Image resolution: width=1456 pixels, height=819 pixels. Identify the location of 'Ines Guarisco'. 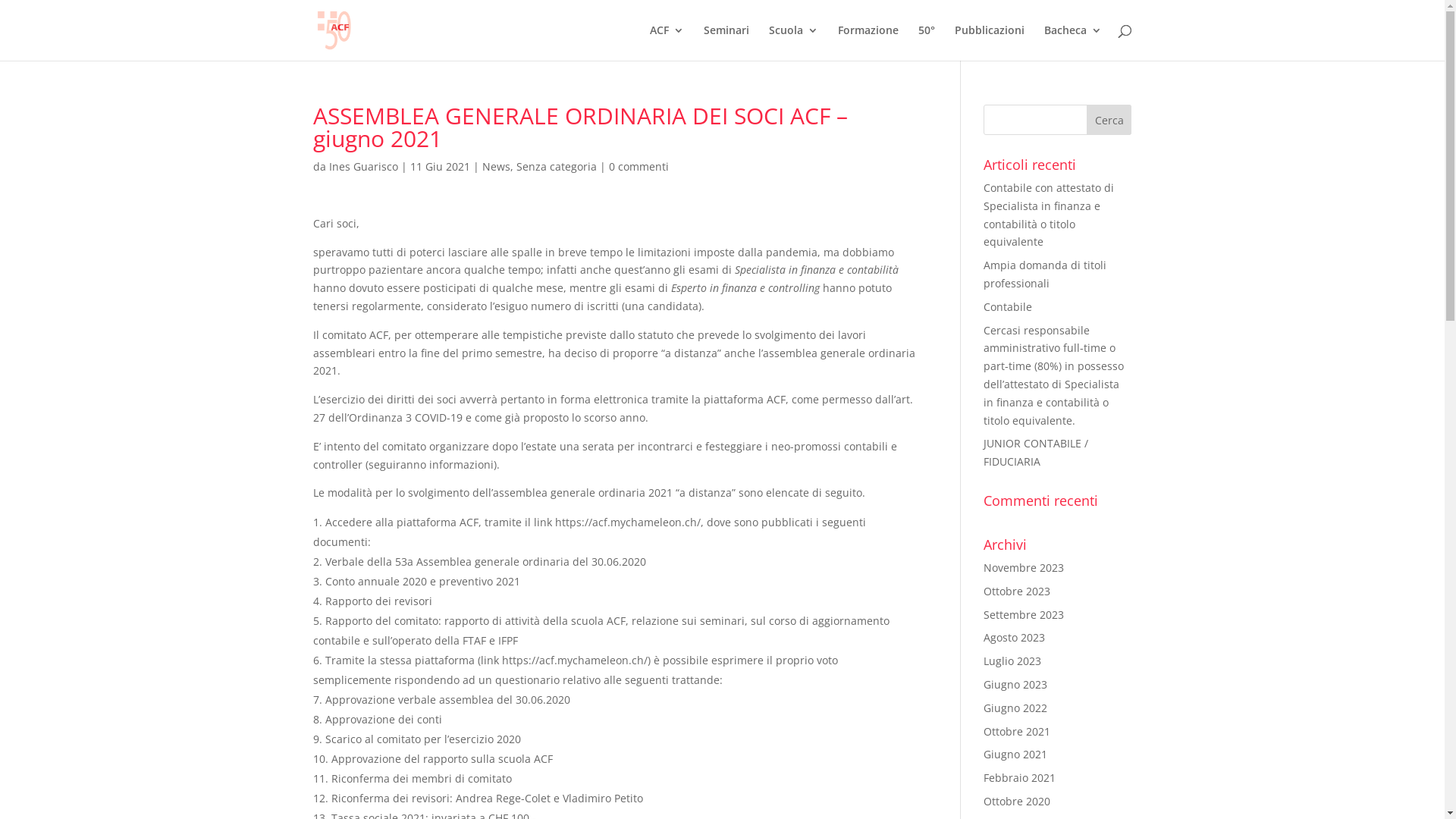
(362, 166).